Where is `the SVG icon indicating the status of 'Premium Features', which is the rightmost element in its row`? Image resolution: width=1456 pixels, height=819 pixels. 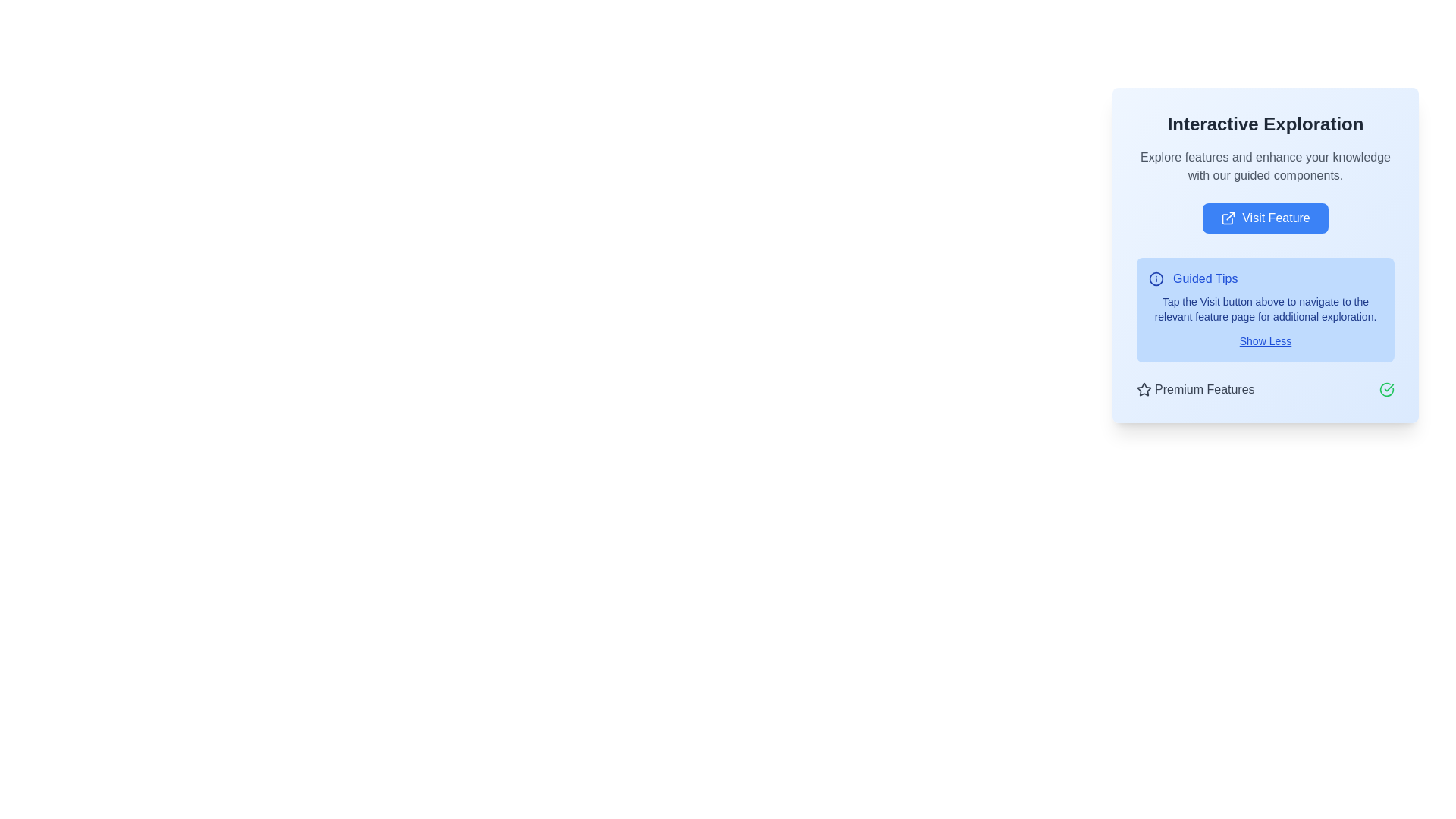
the SVG icon indicating the status of 'Premium Features', which is the rightmost element in its row is located at coordinates (1386, 388).